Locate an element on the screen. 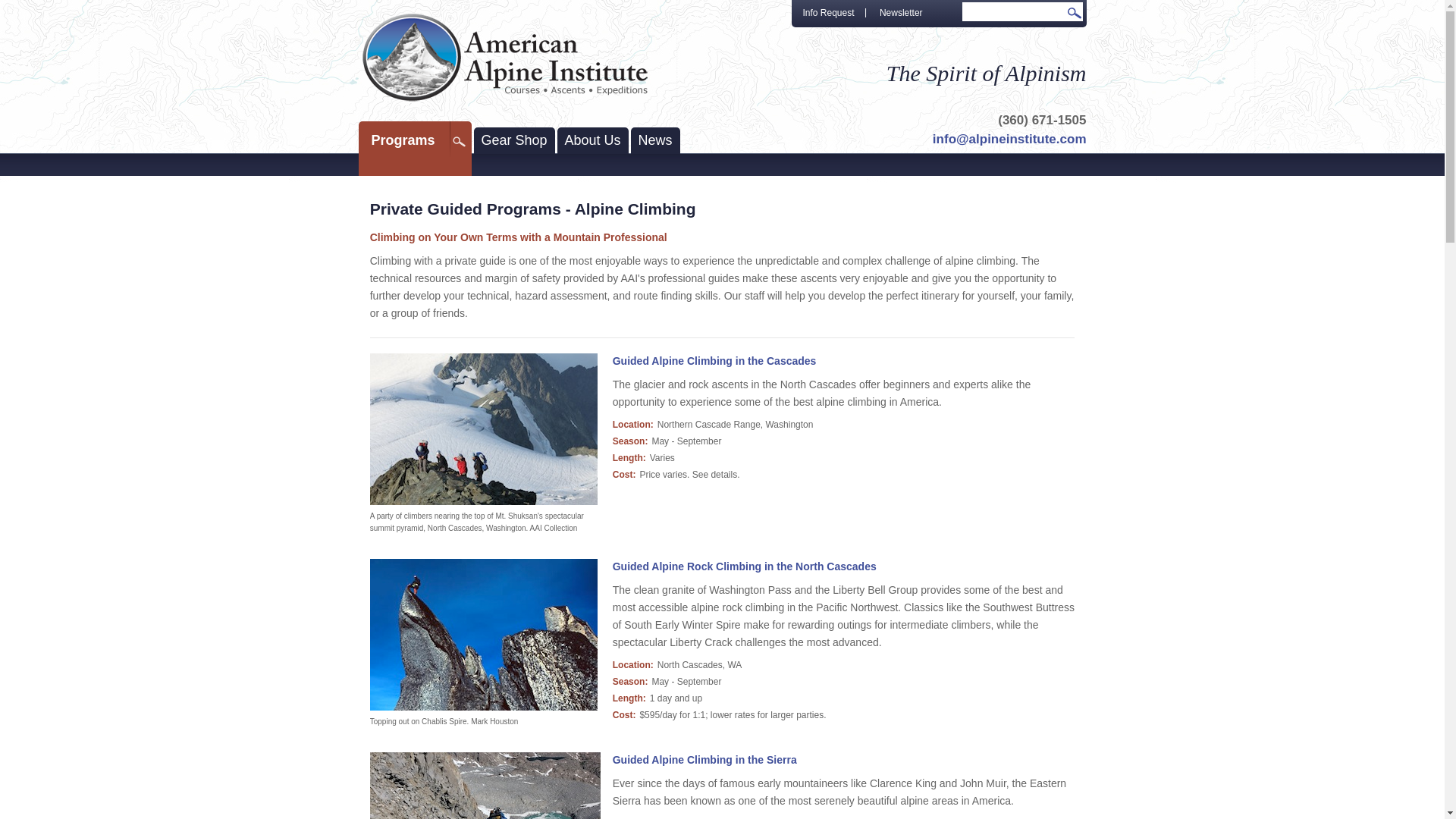 The image size is (1456, 819). 'Guided Alpine Climbing in the Sierra' is located at coordinates (704, 760).